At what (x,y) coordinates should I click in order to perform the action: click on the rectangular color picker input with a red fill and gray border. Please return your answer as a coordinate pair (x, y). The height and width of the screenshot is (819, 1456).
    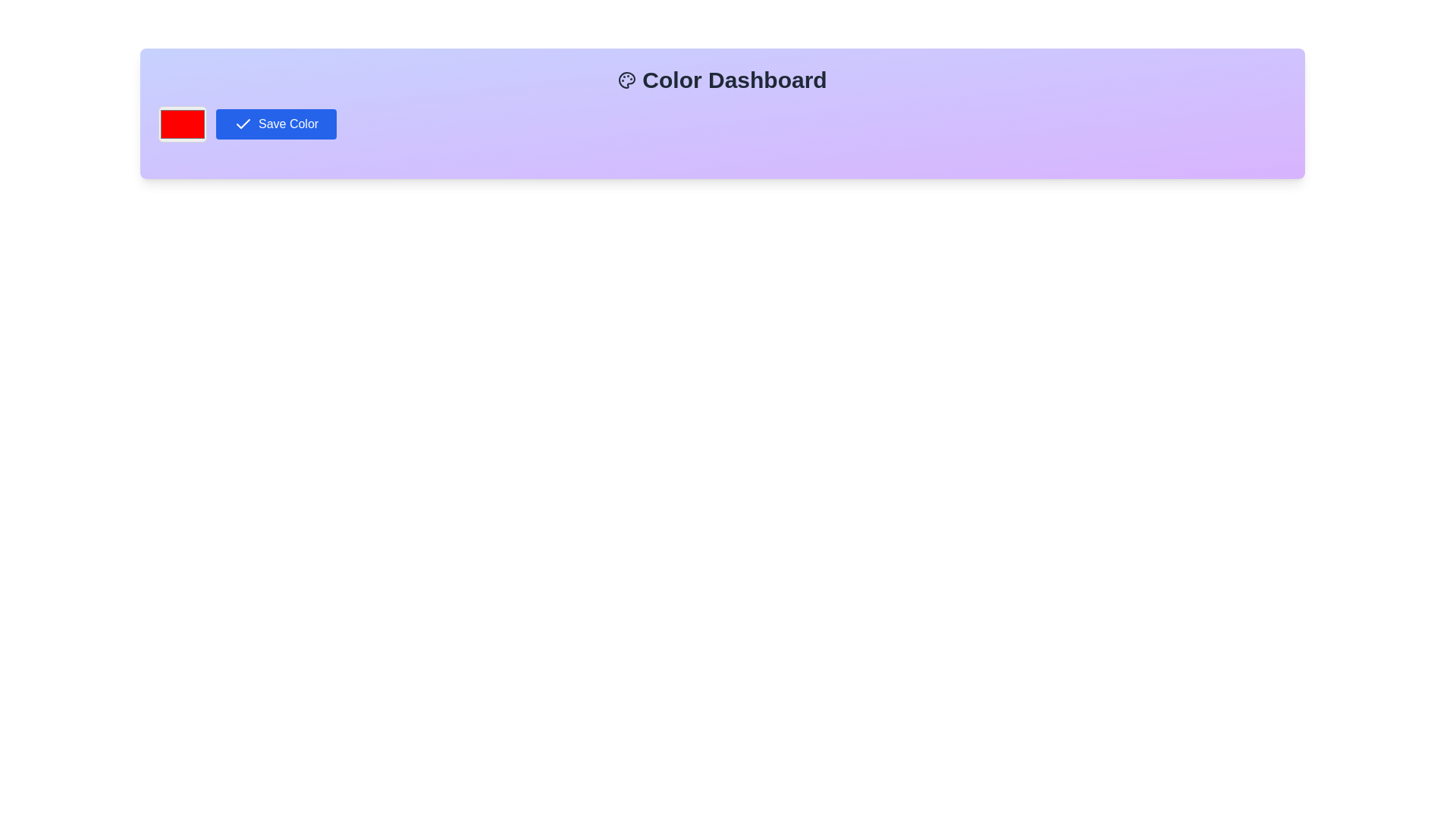
    Looking at the image, I should click on (182, 124).